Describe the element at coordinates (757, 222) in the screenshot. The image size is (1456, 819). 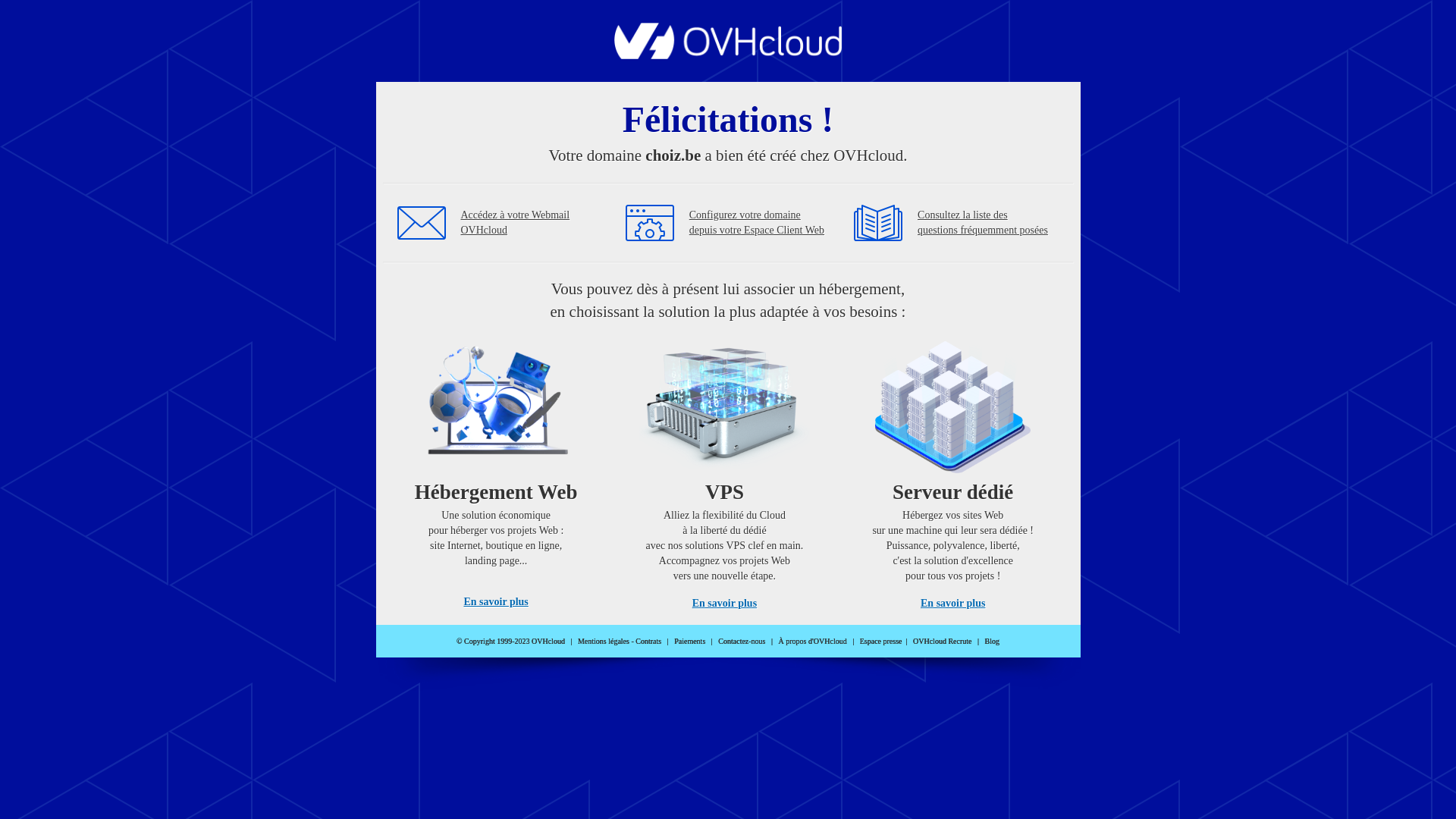
I see `'Configurez votre domaine` at that location.